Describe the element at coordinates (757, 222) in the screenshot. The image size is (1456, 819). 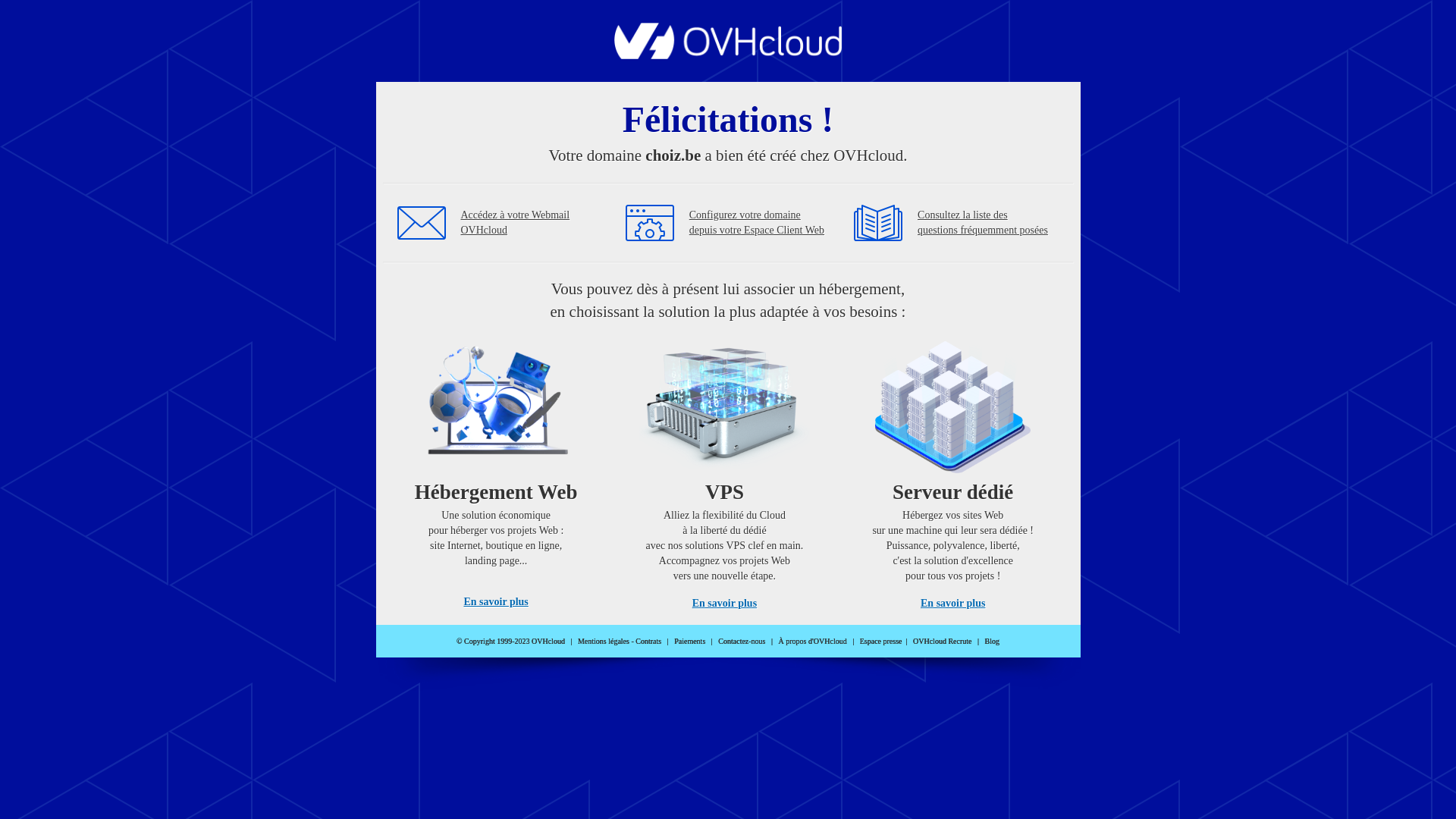
I see `'Configurez votre domaine` at that location.